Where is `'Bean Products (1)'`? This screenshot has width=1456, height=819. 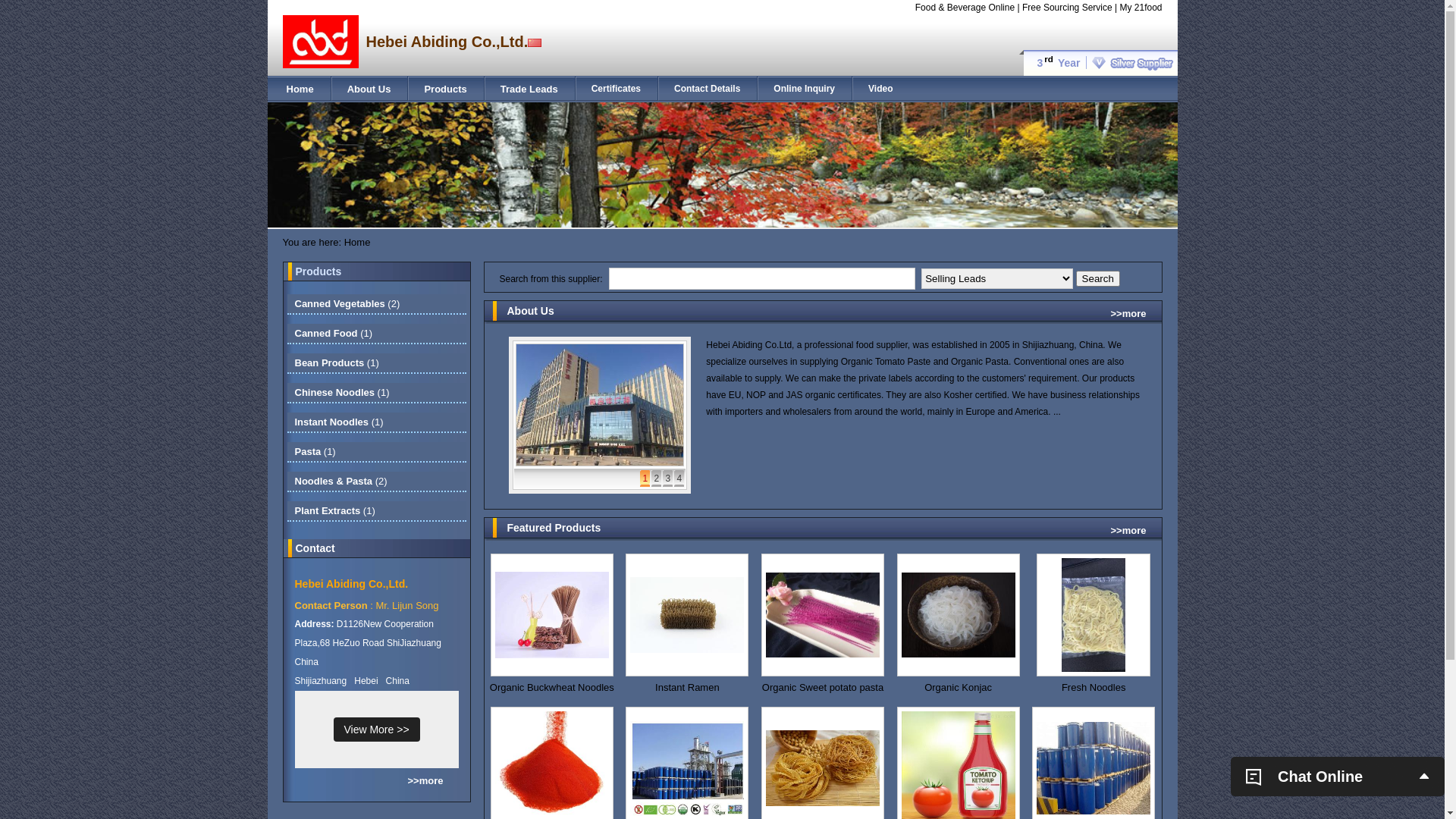
'Bean Products (1)' is located at coordinates (335, 362).